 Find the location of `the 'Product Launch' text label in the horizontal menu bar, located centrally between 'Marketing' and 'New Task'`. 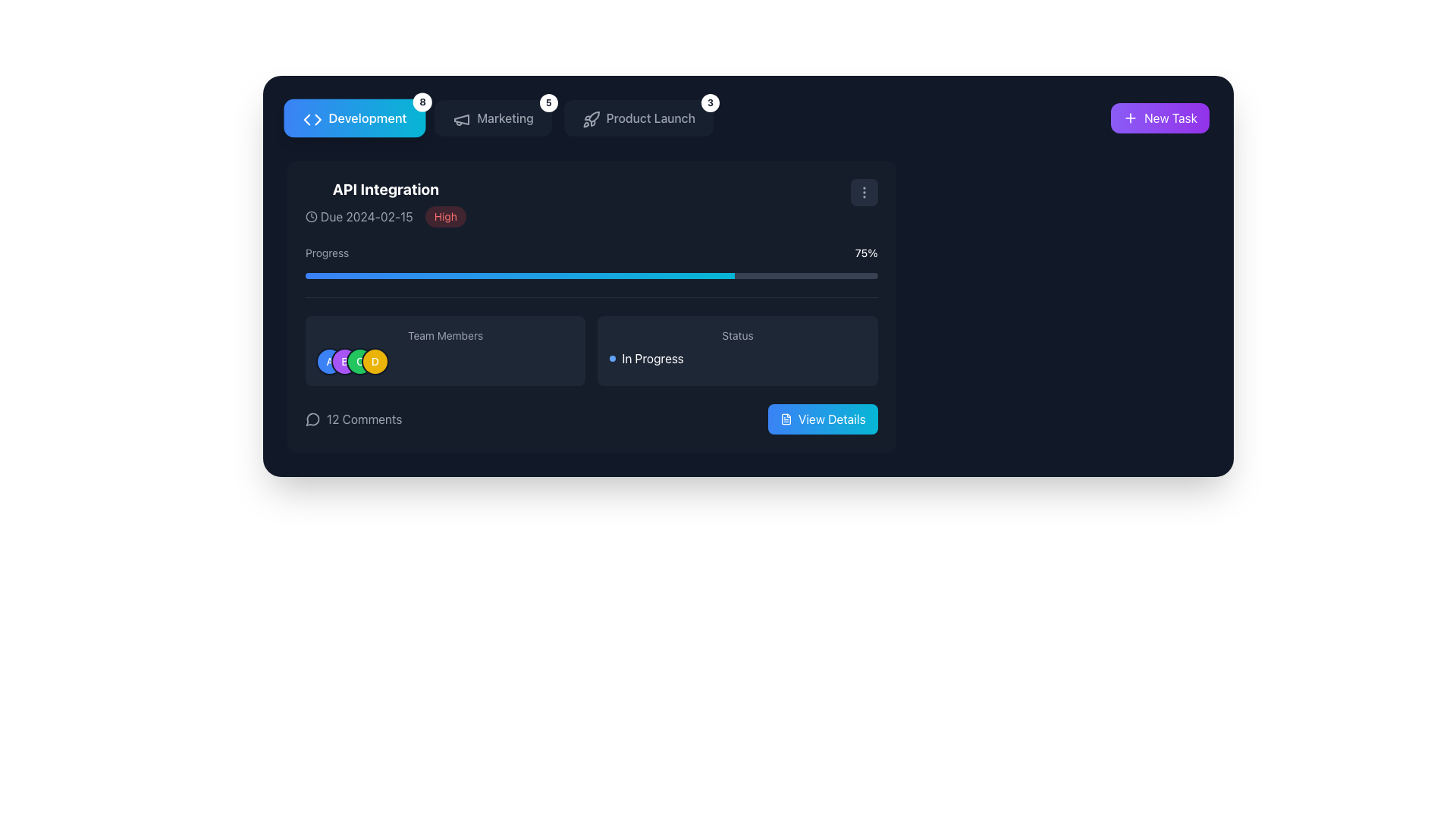

the 'Product Launch' text label in the horizontal menu bar, located centrally between 'Marketing' and 'New Task' is located at coordinates (651, 117).